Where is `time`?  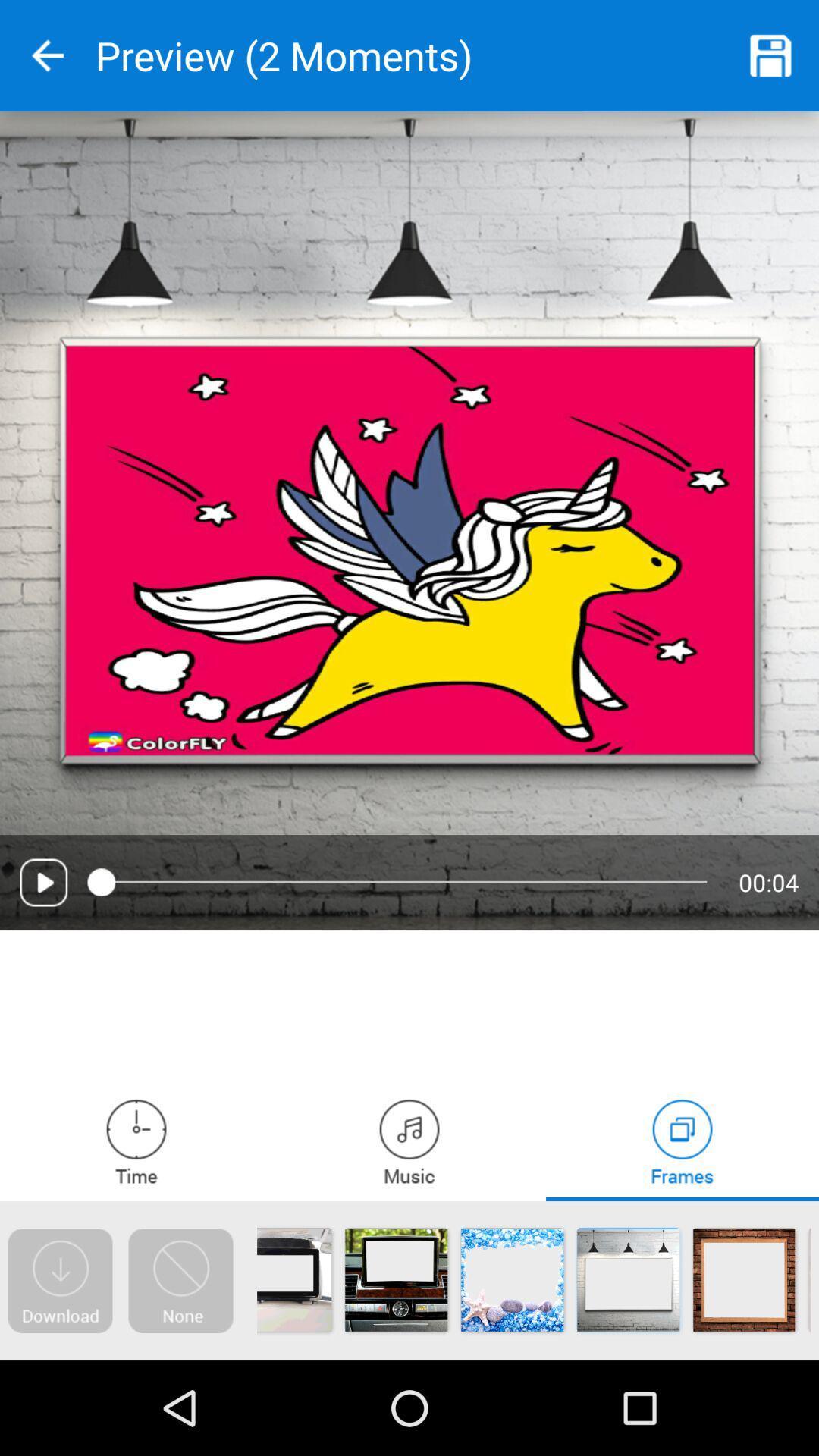 time is located at coordinates (136, 1141).